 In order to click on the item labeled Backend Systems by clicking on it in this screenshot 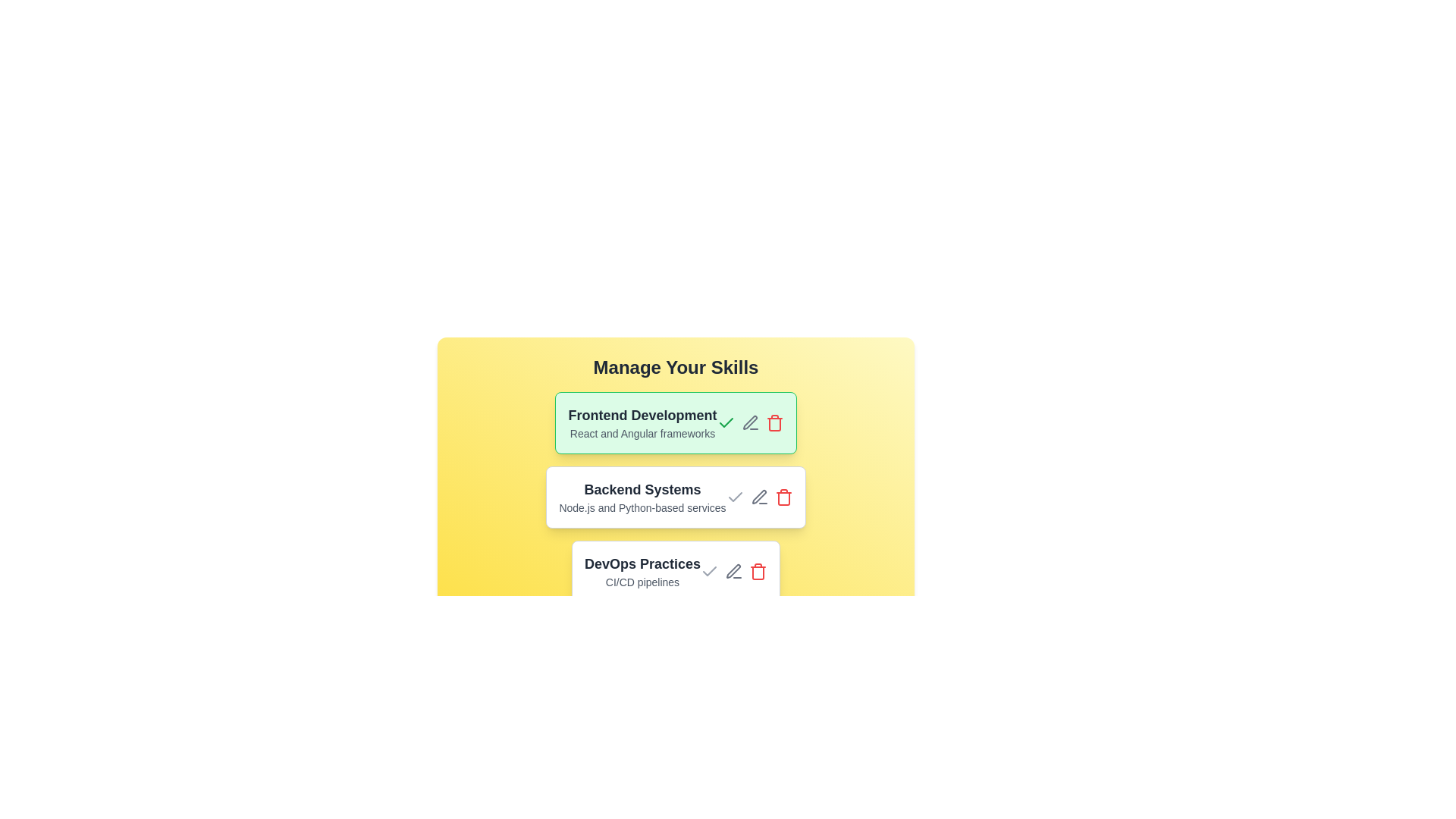, I will do `click(675, 497)`.